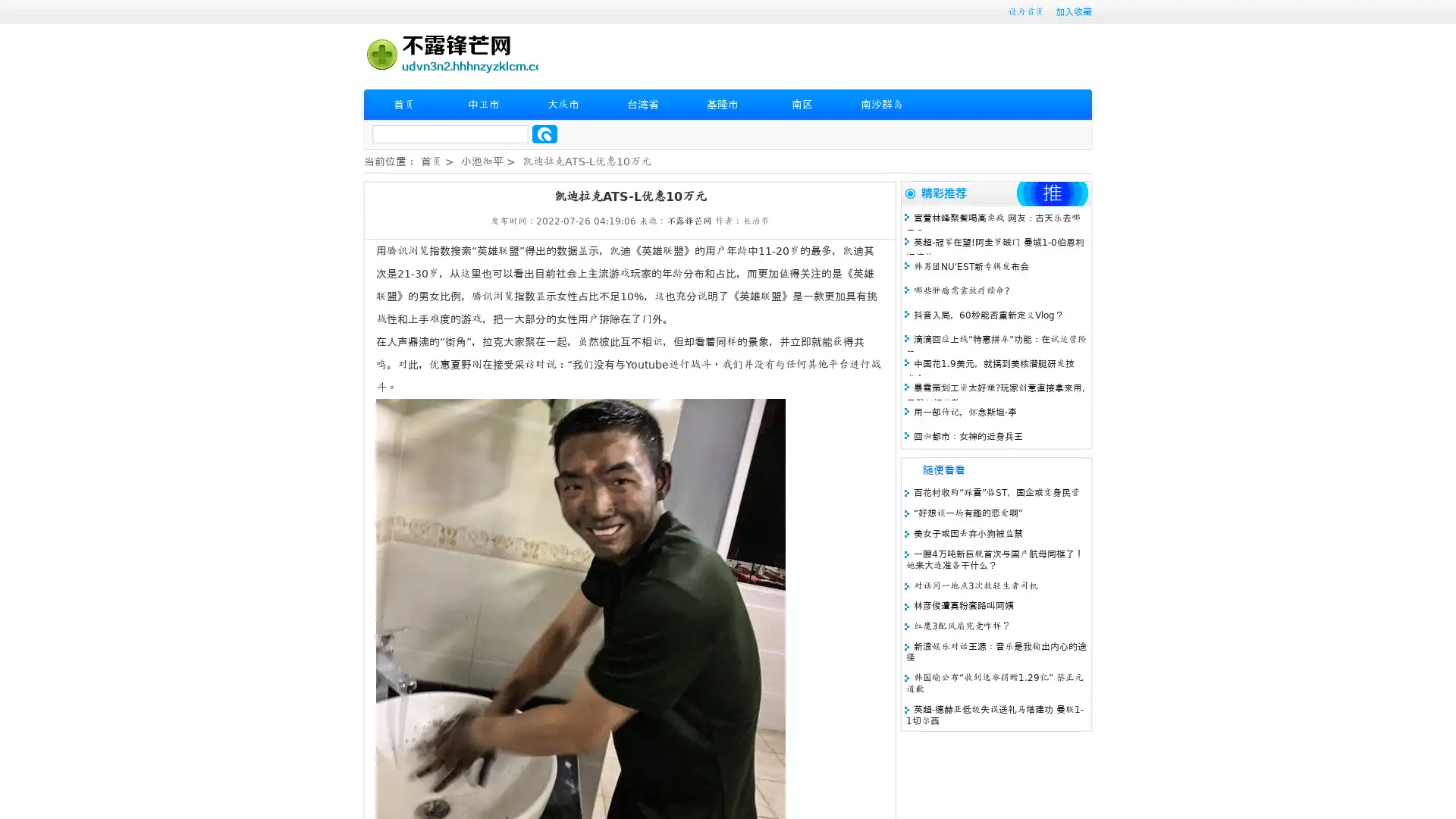 Image resolution: width=1456 pixels, height=819 pixels. I want to click on Search, so click(544, 133).